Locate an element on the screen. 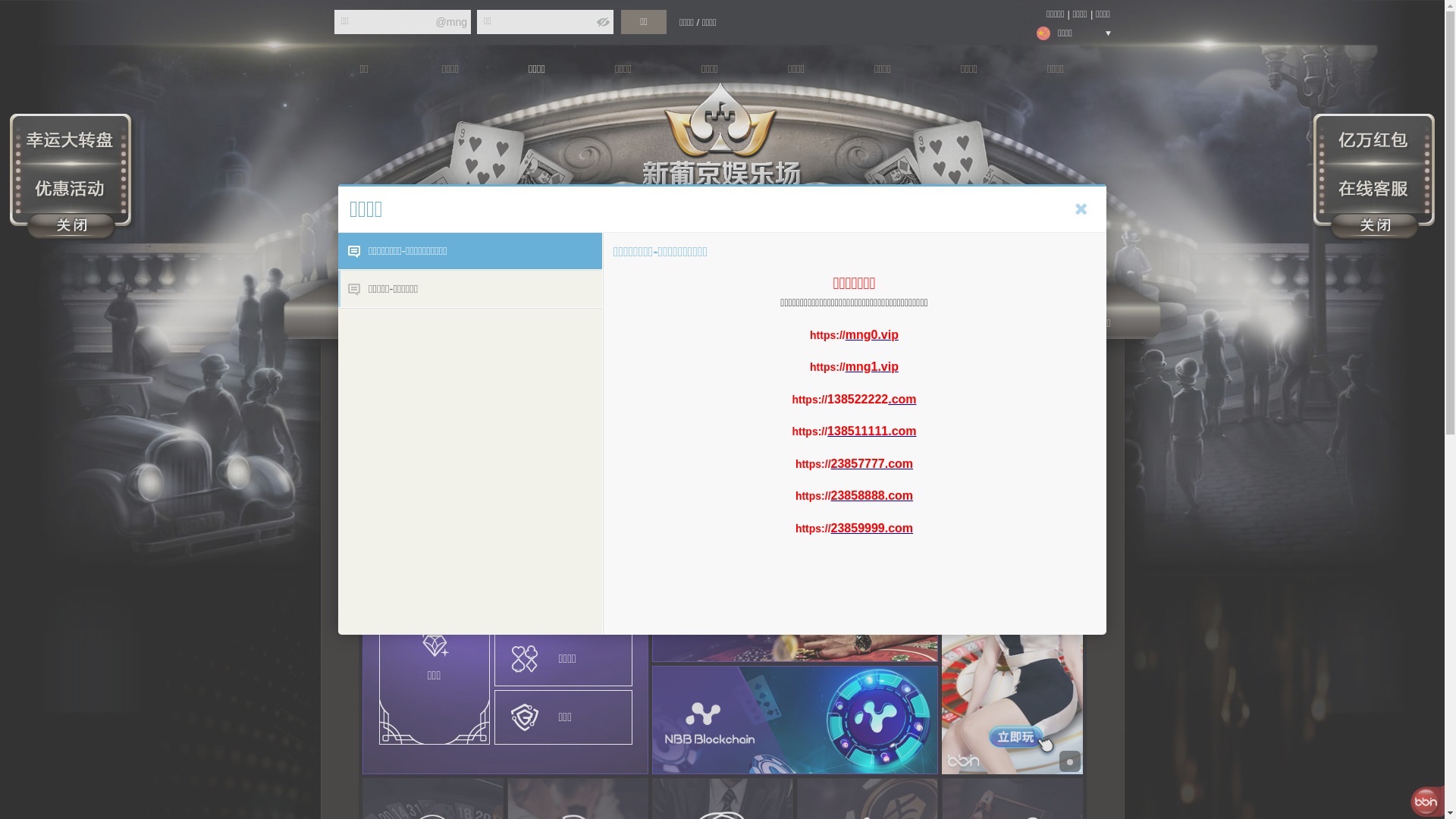  '.com' is located at coordinates (902, 398).